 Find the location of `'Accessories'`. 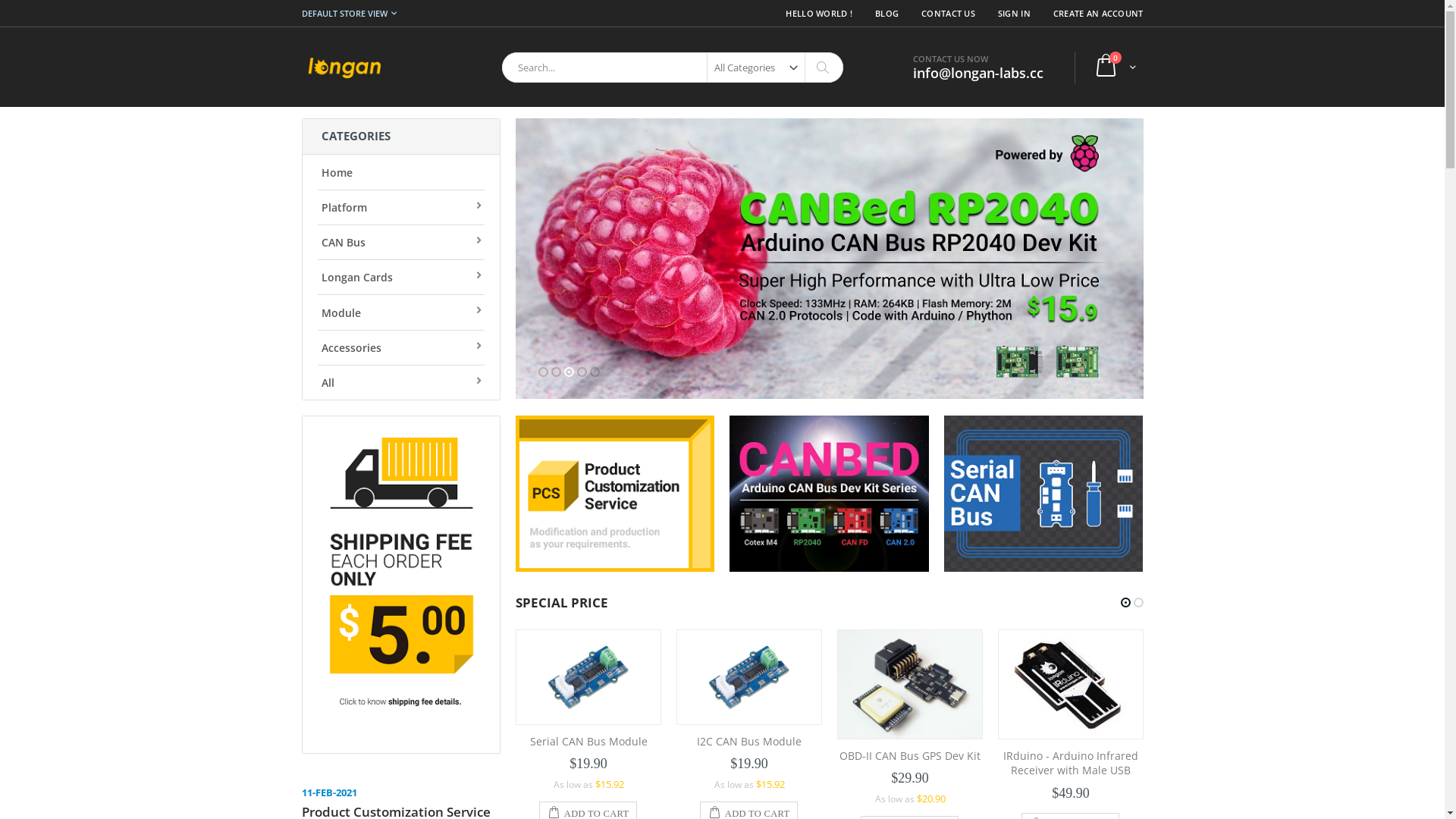

'Accessories' is located at coordinates (400, 347).